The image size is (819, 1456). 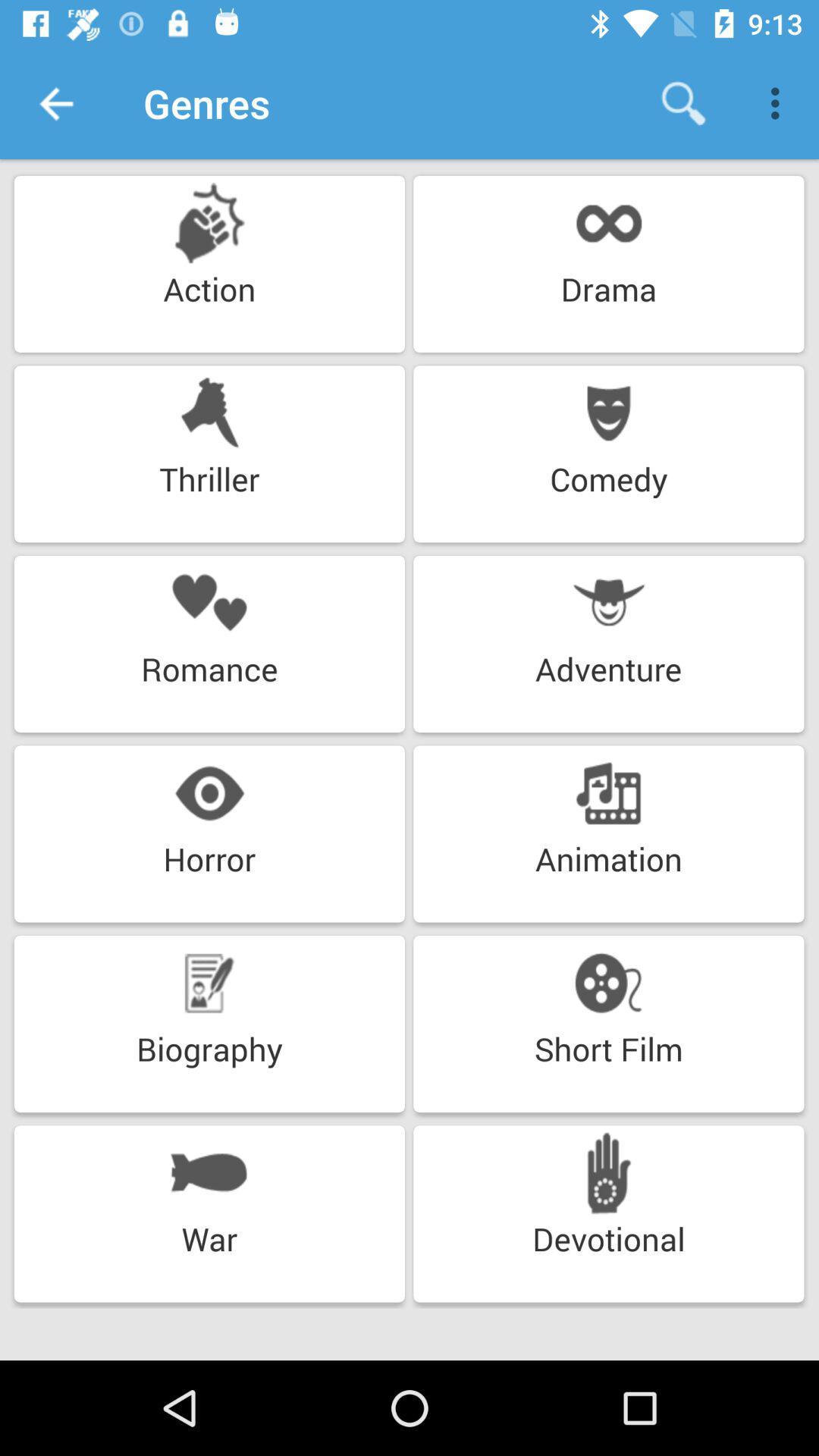 I want to click on the icon next to genres  icon, so click(x=55, y=102).